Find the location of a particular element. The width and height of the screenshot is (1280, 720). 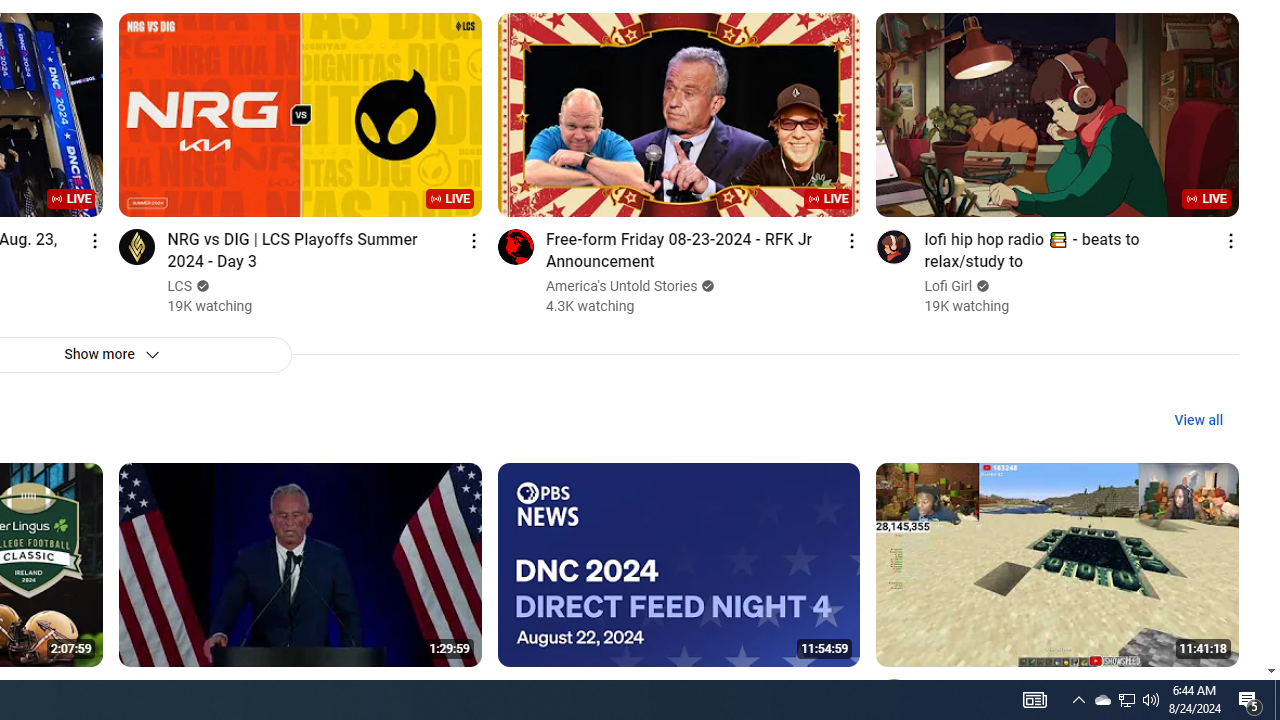

'View all' is located at coordinates (1198, 419).